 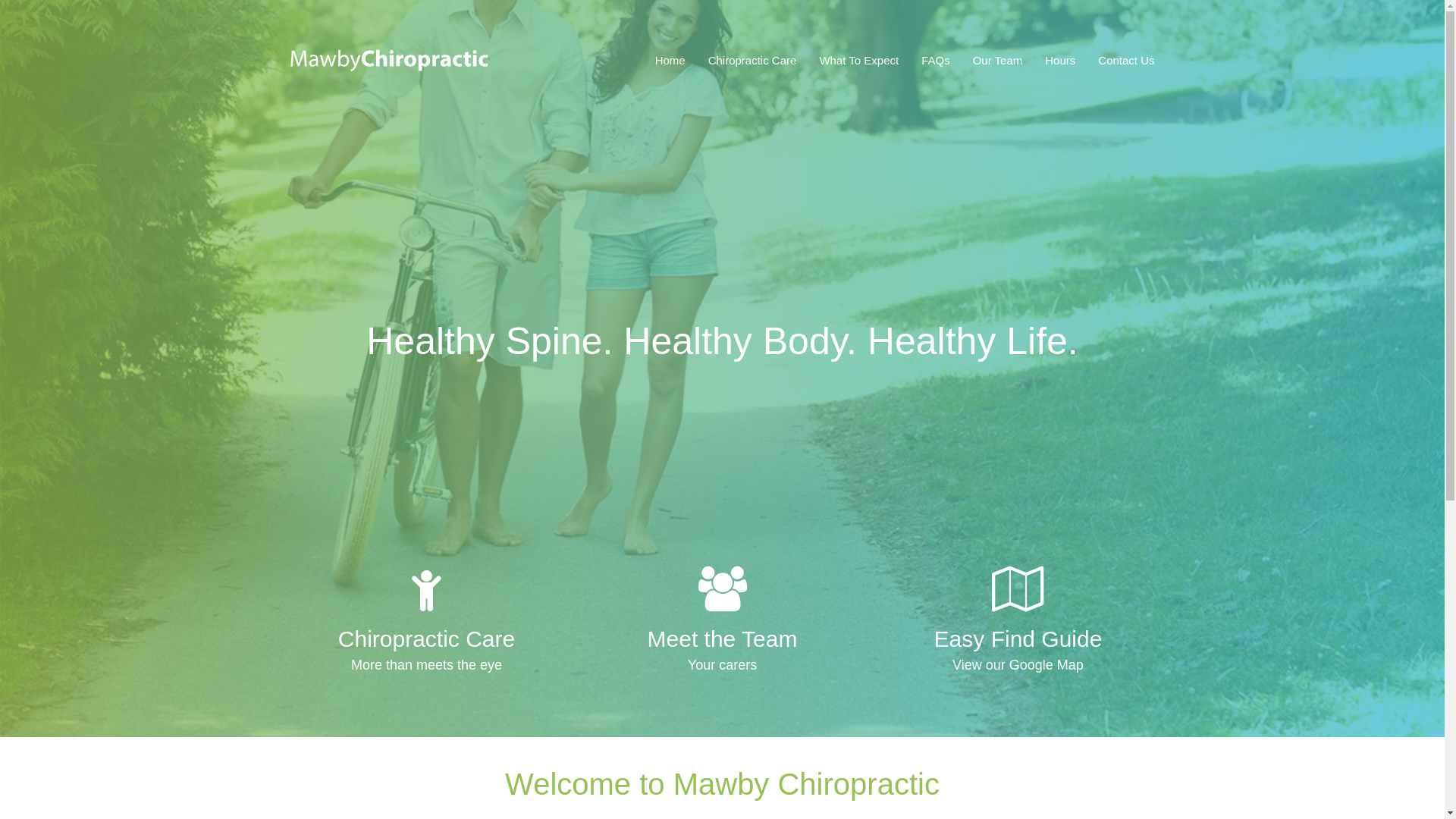 What do you see at coordinates (1120, 60) in the screenshot?
I see `'Contact Us'` at bounding box center [1120, 60].